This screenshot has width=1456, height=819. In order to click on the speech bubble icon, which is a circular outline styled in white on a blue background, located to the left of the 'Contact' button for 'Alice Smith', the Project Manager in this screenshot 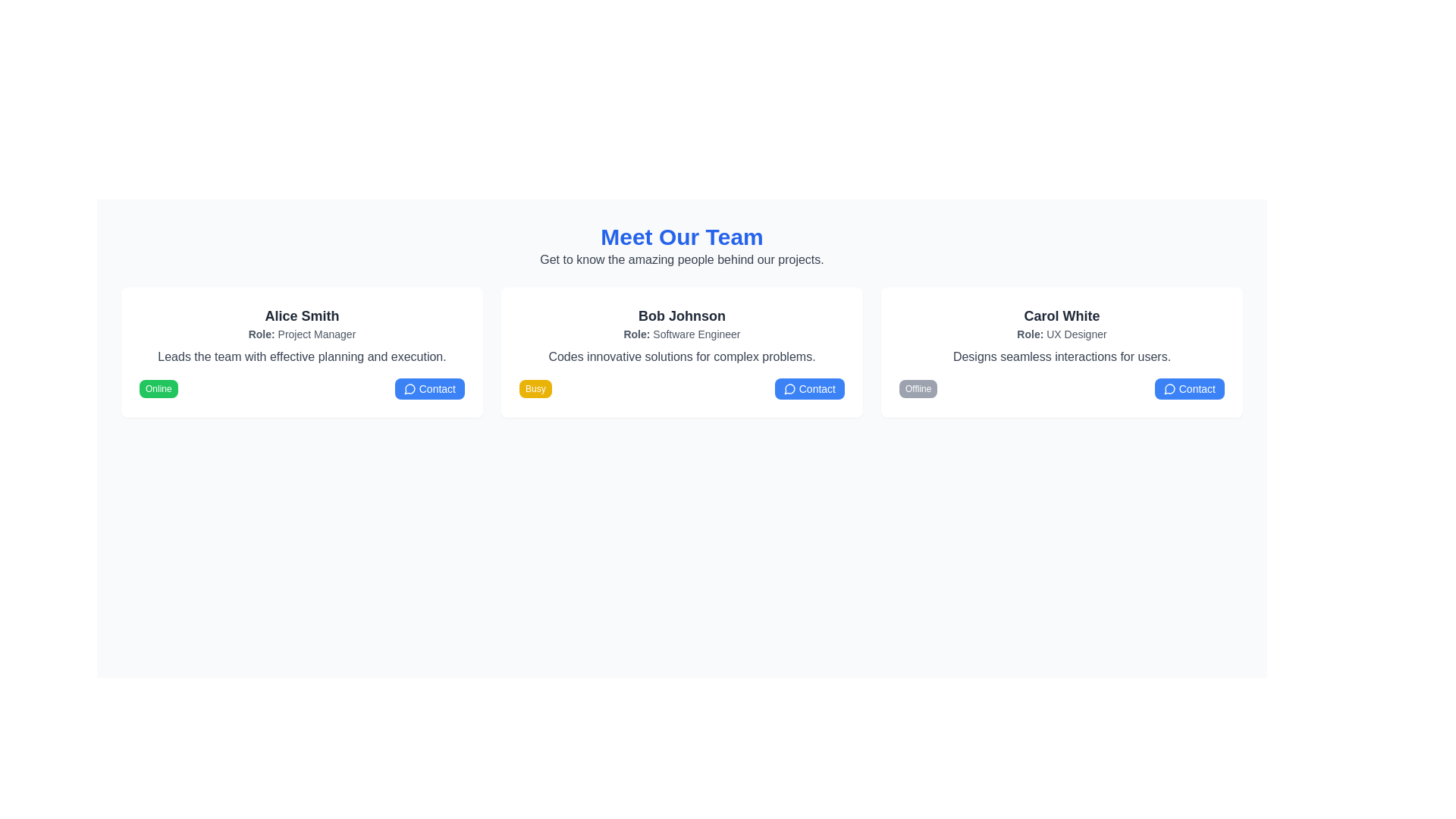, I will do `click(409, 388)`.